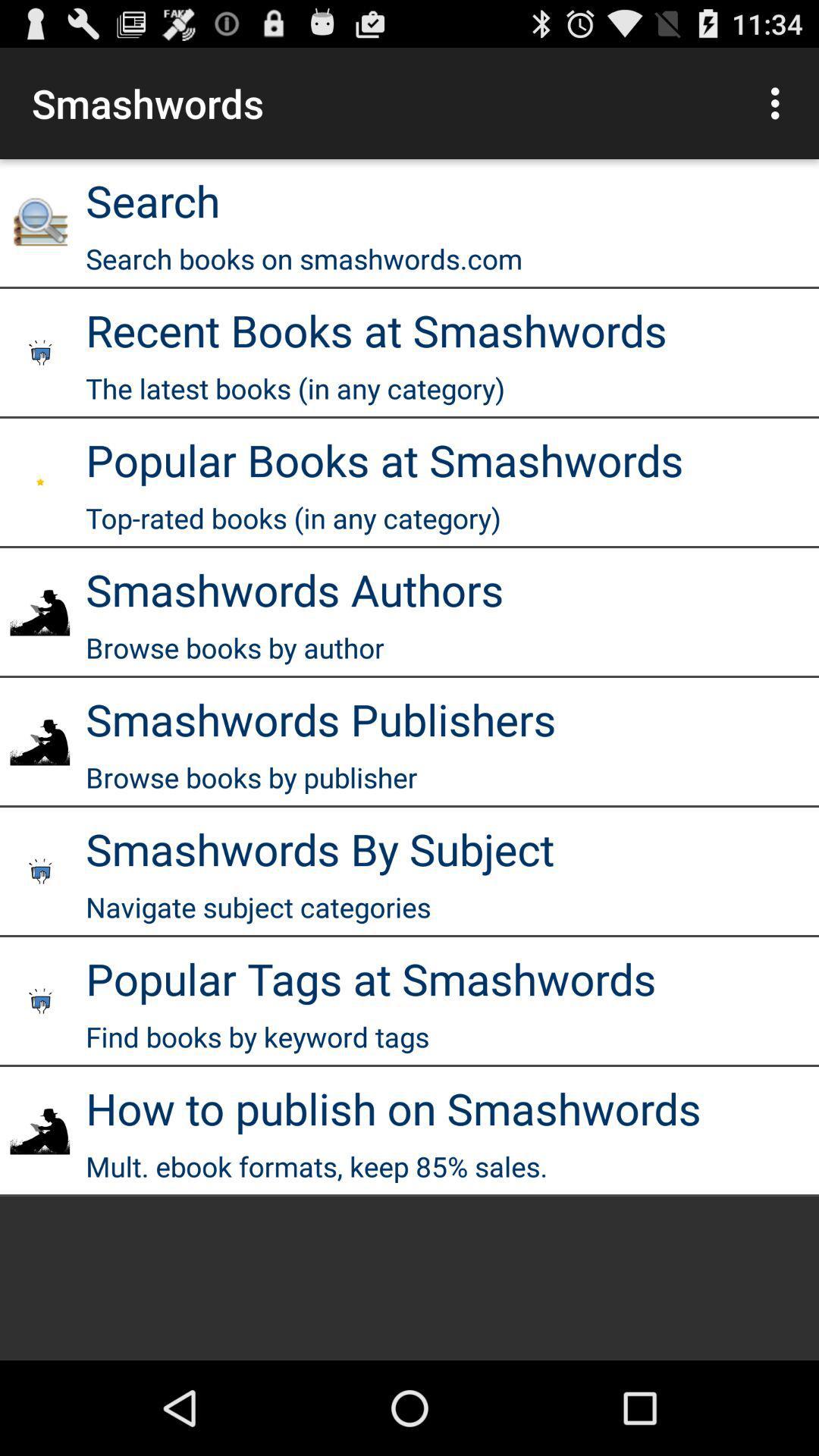 The height and width of the screenshot is (1456, 819). Describe the element at coordinates (319, 848) in the screenshot. I see `smashwords by subject icon` at that location.